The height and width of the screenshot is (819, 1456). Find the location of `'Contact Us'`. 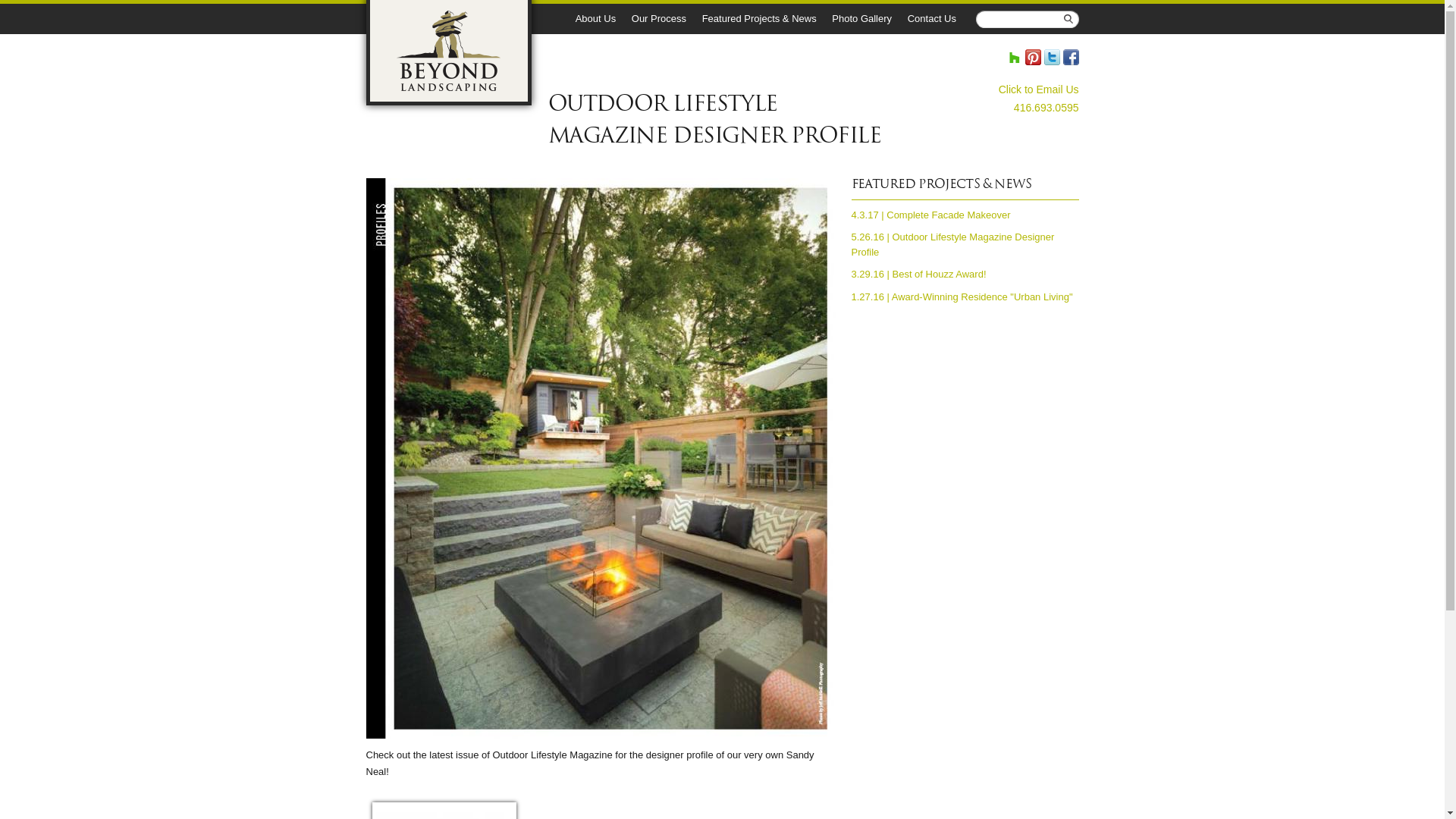

'Contact Us' is located at coordinates (932, 14).